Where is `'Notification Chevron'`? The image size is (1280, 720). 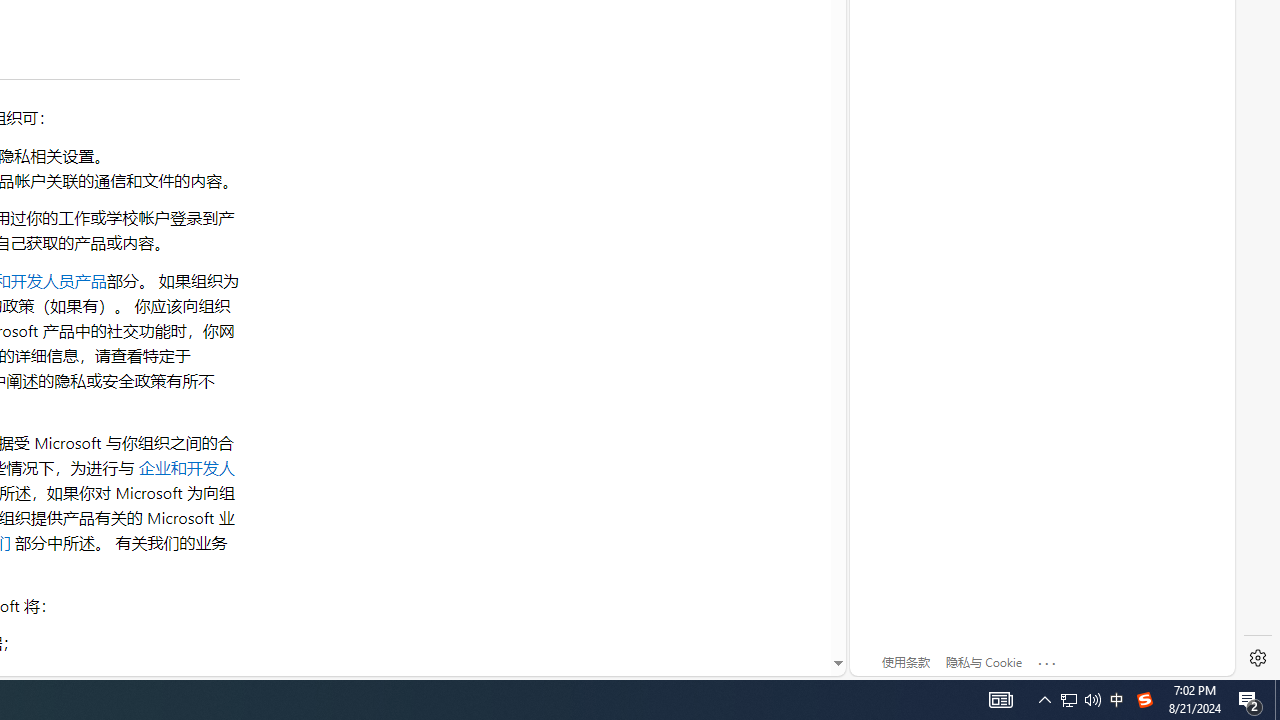
'Notification Chevron' is located at coordinates (1044, 698).